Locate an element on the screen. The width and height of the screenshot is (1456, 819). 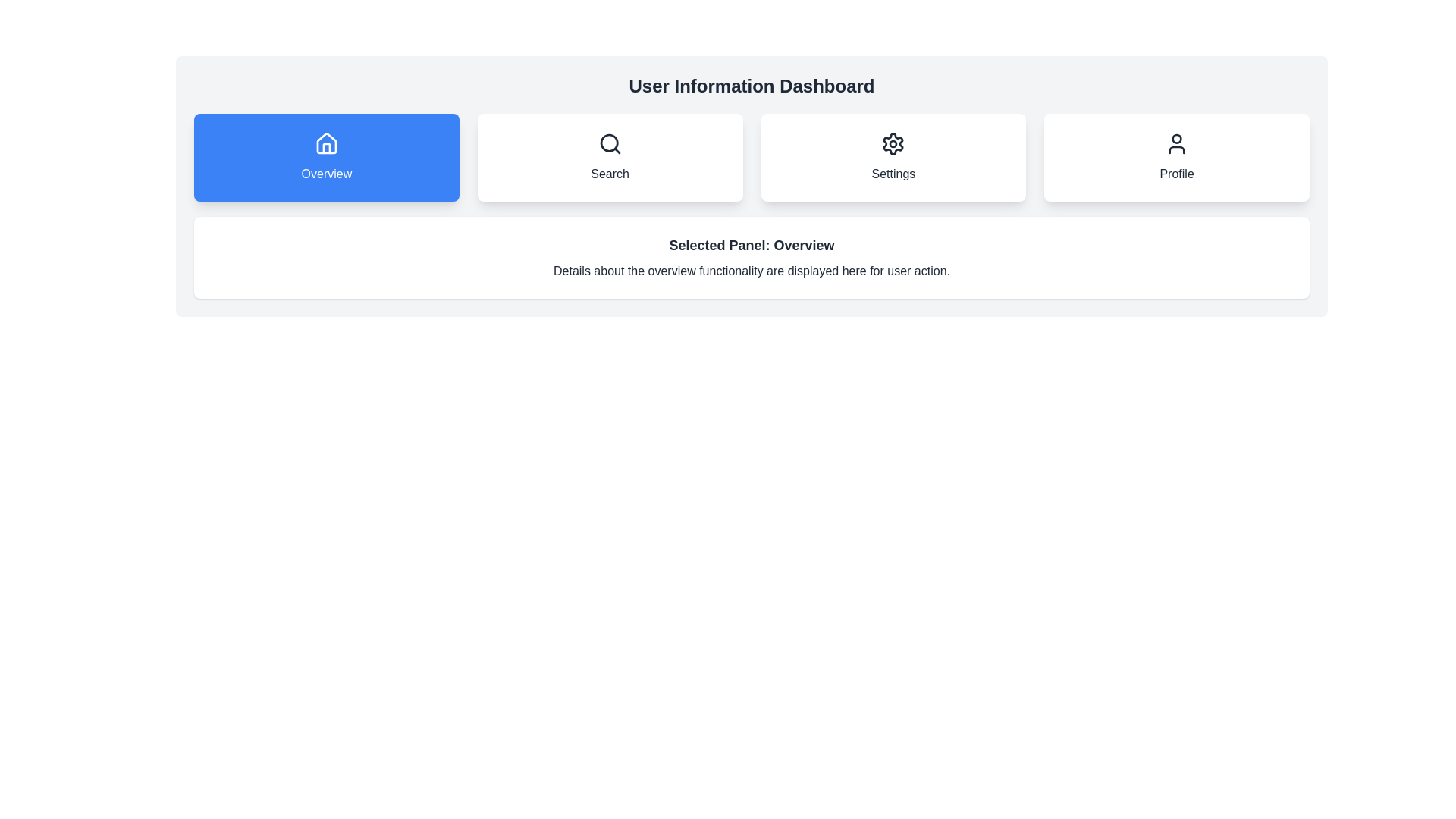
text label that says 'Profile', which is styled in black and located below a user silhouette icon in the fourth button of the navigation group is located at coordinates (1176, 174).